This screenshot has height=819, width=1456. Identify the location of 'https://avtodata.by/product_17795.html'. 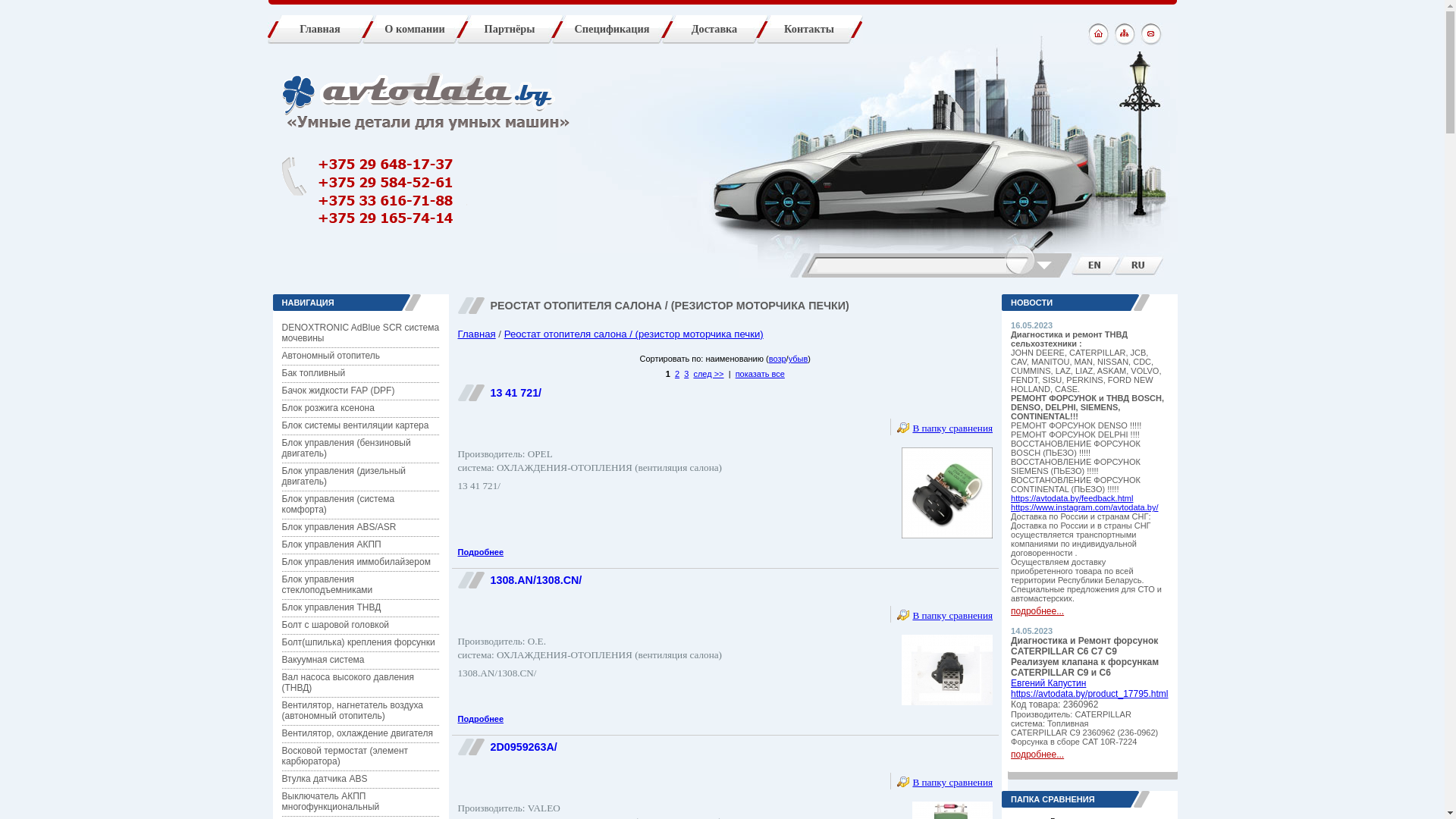
(1088, 693).